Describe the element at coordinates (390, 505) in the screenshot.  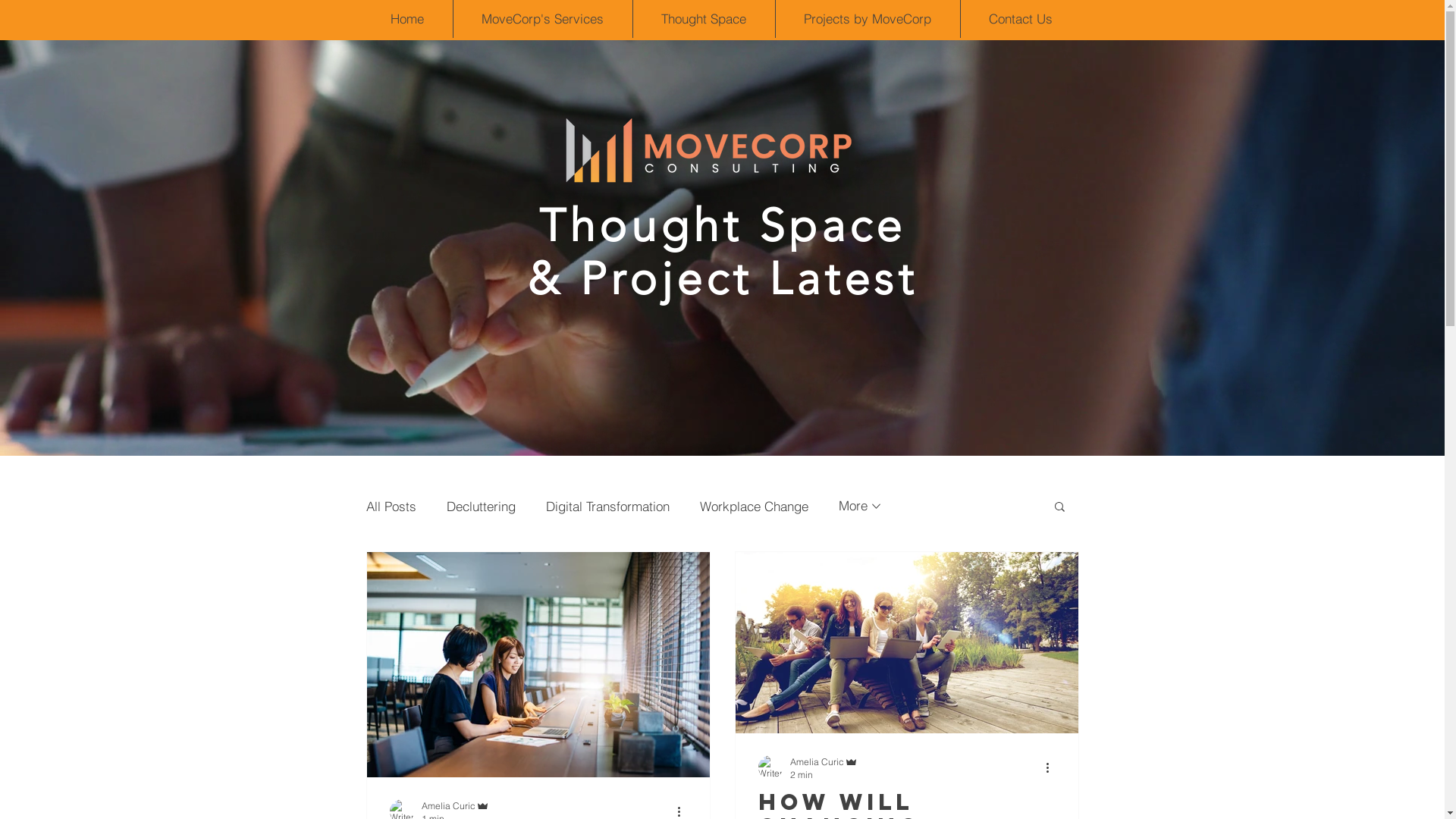
I see `'All Posts'` at that location.